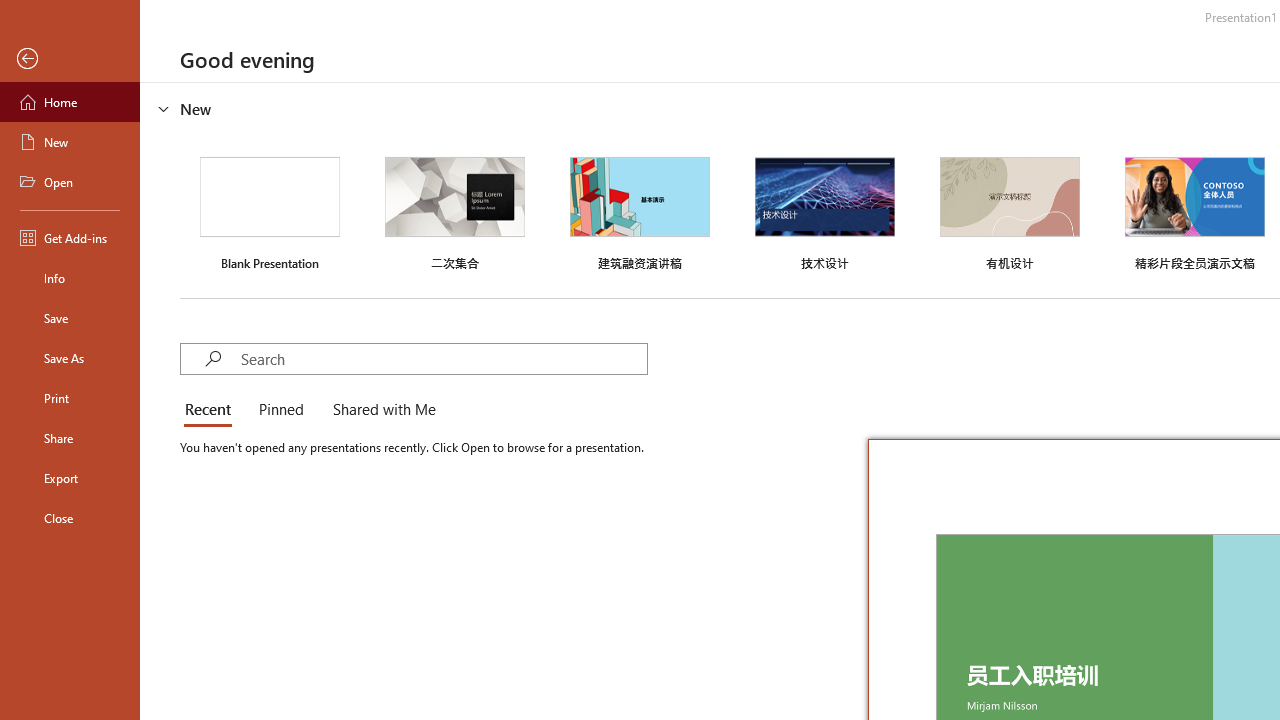  I want to click on 'Hide or show region', so click(164, 109).